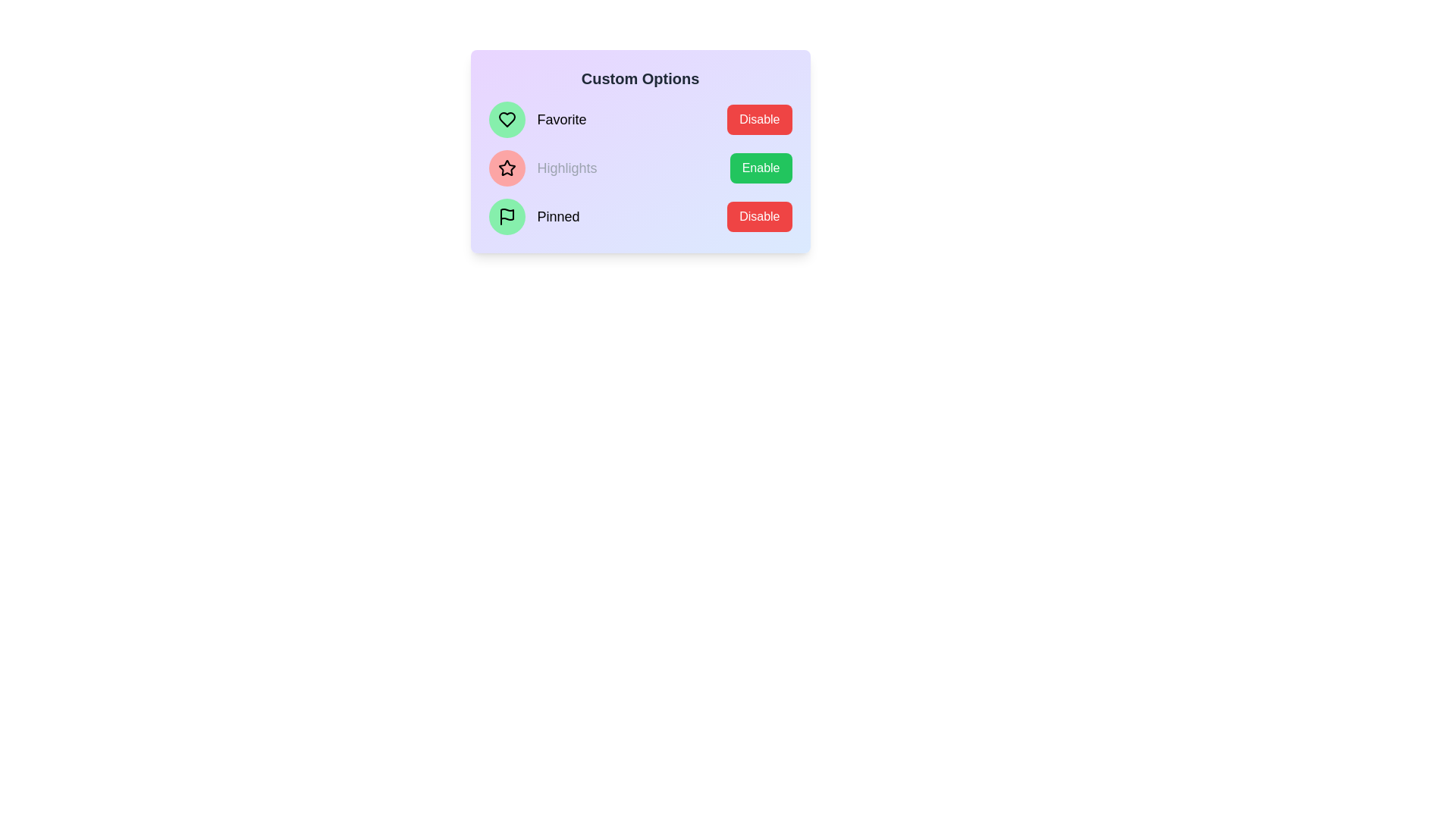 The width and height of the screenshot is (1456, 819). I want to click on button to toggle the status of the item labeled Highlights, so click(761, 168).